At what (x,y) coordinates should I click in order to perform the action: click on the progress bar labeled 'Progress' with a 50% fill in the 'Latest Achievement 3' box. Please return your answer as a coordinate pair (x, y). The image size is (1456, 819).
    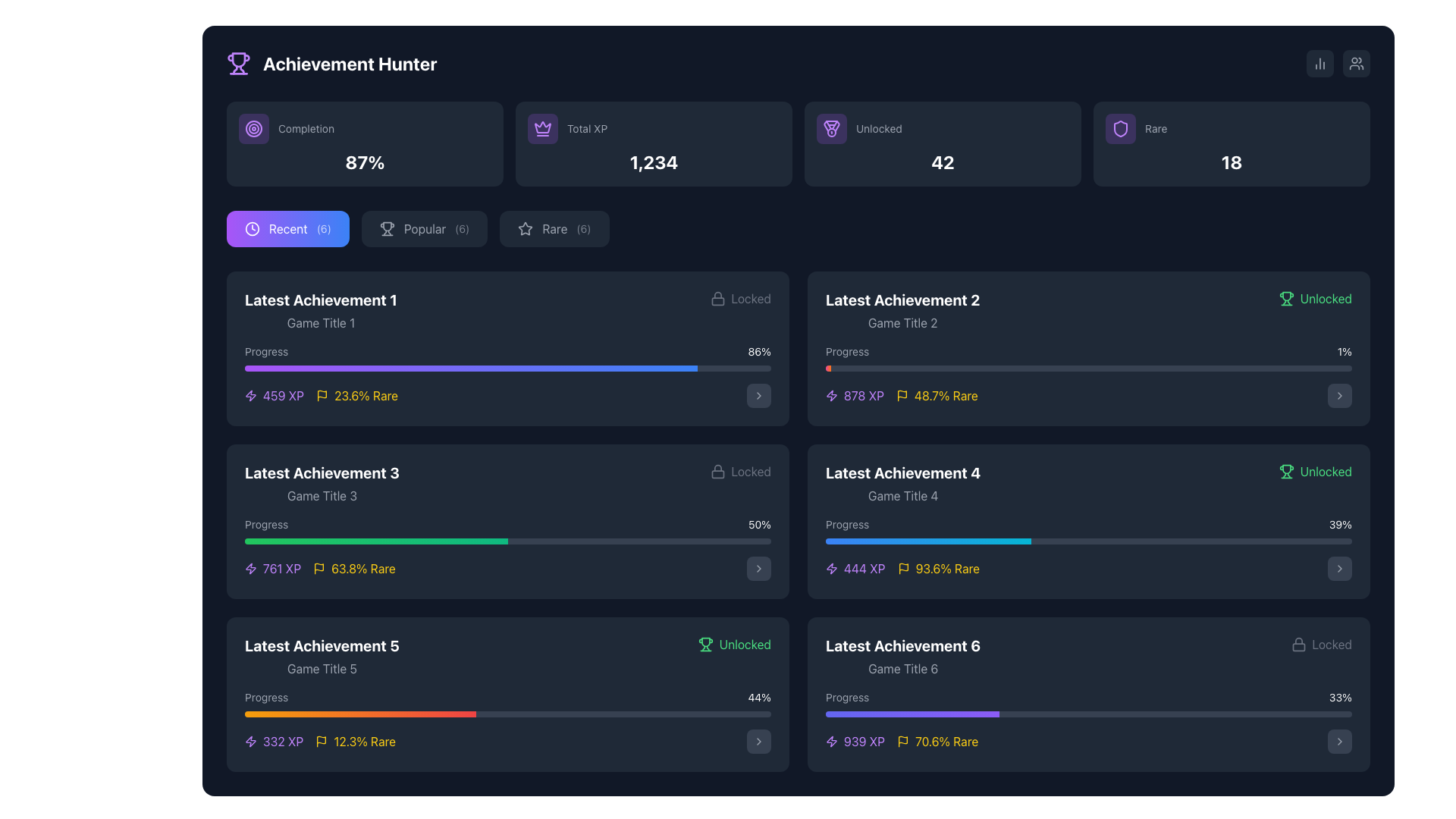
    Looking at the image, I should click on (508, 529).